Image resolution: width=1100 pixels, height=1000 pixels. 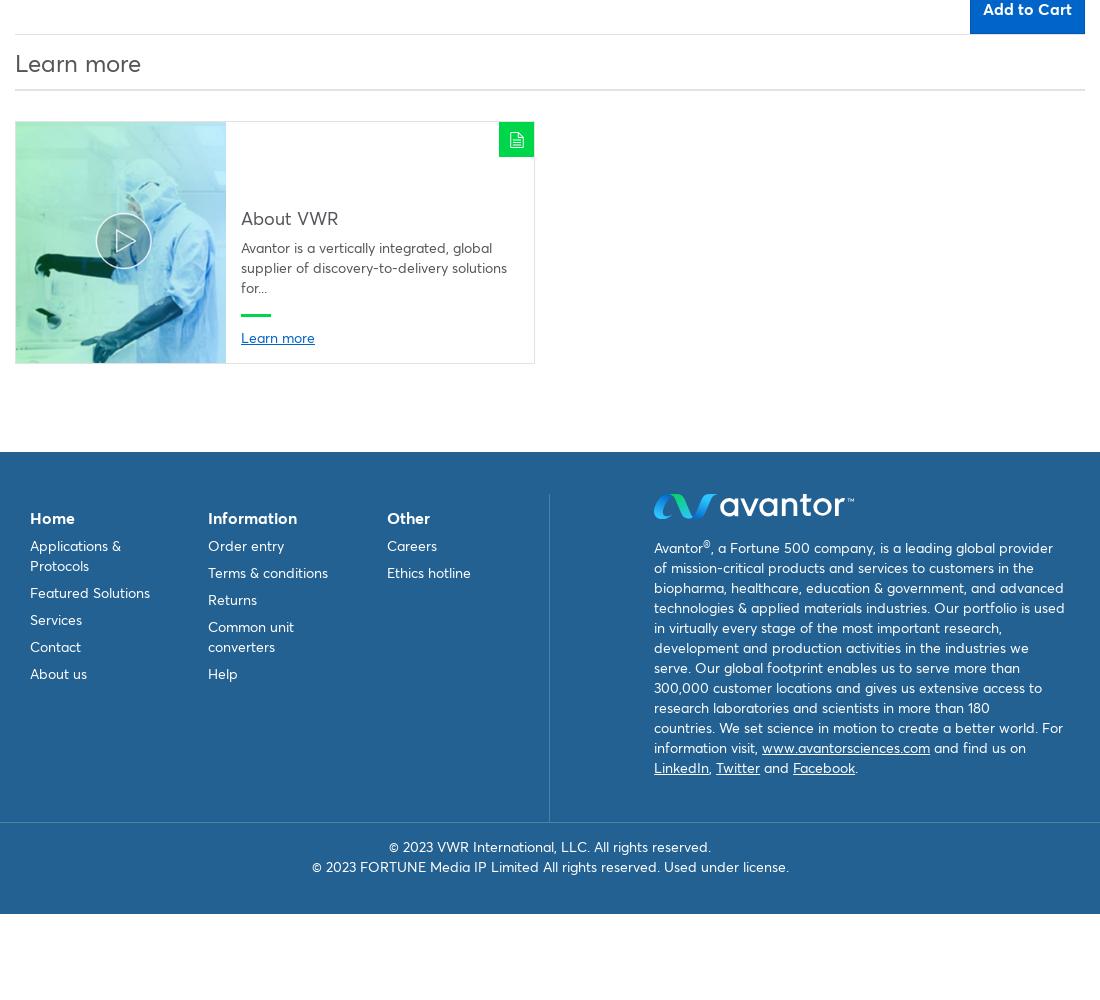 What do you see at coordinates (54, 646) in the screenshot?
I see `'Contact'` at bounding box center [54, 646].